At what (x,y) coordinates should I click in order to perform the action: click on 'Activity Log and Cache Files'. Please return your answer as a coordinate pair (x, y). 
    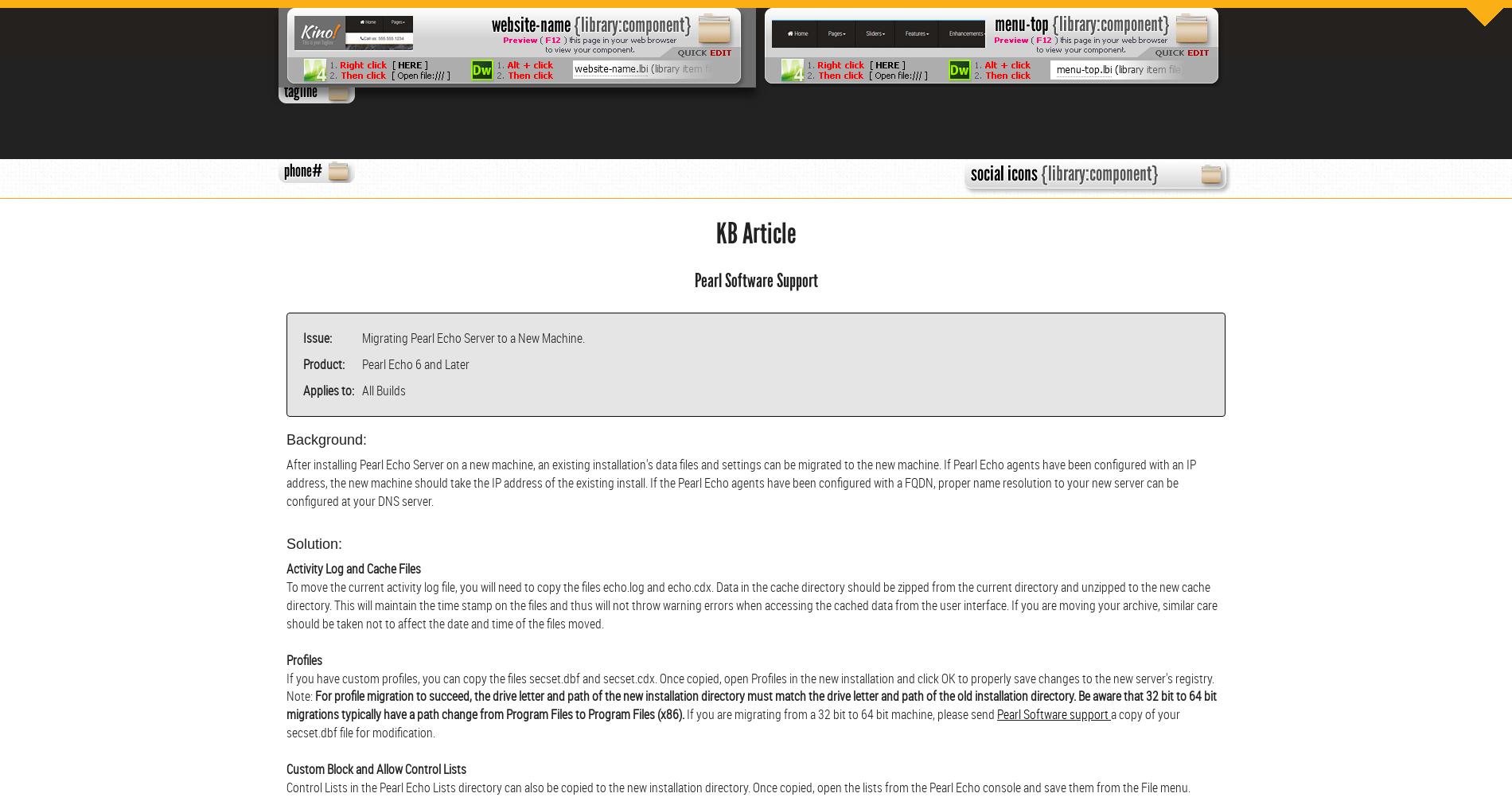
    Looking at the image, I should click on (353, 567).